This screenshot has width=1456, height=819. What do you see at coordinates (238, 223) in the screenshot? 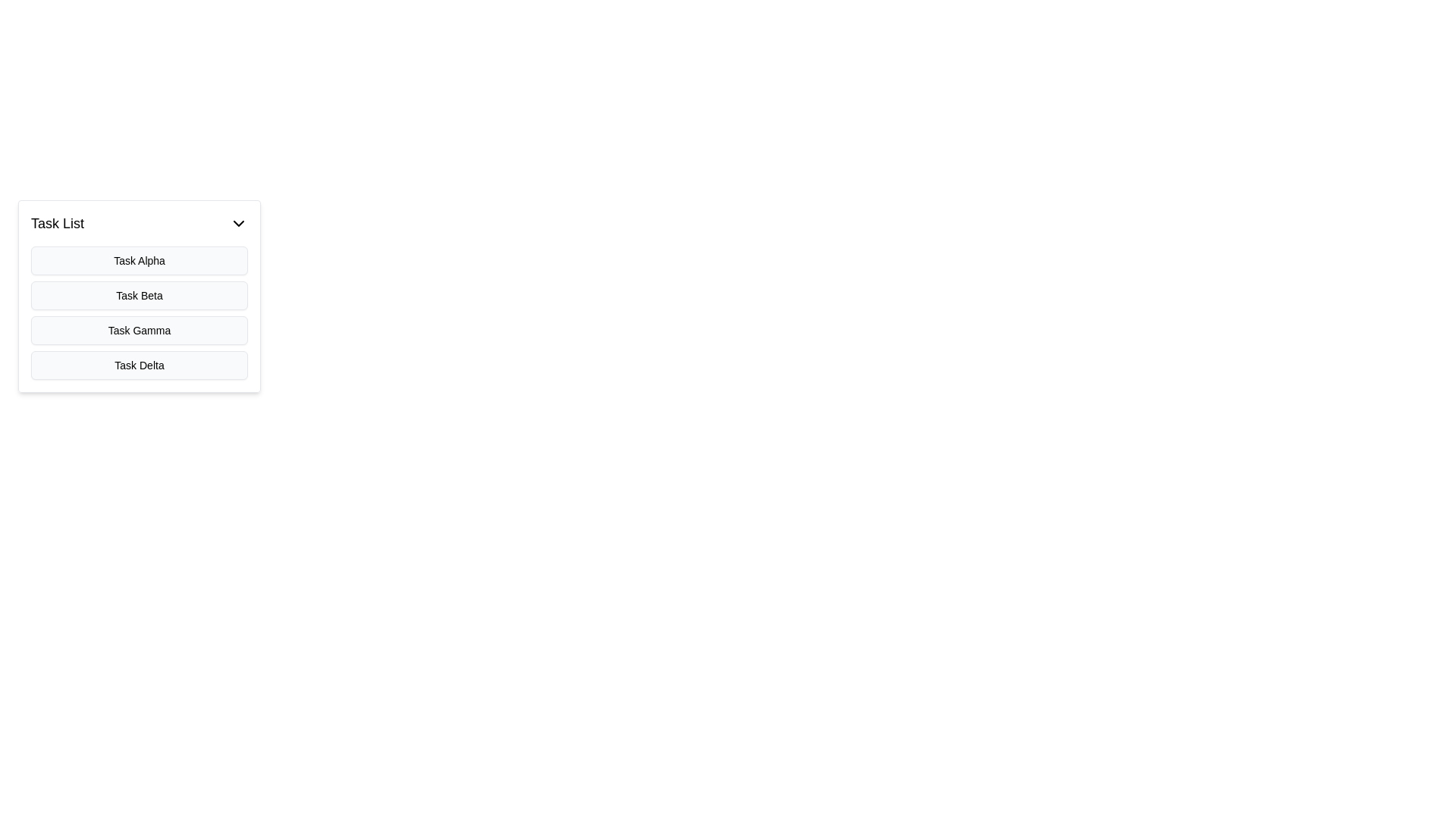
I see `the downward-pointing arrow icon next to the 'Task List' text` at bounding box center [238, 223].